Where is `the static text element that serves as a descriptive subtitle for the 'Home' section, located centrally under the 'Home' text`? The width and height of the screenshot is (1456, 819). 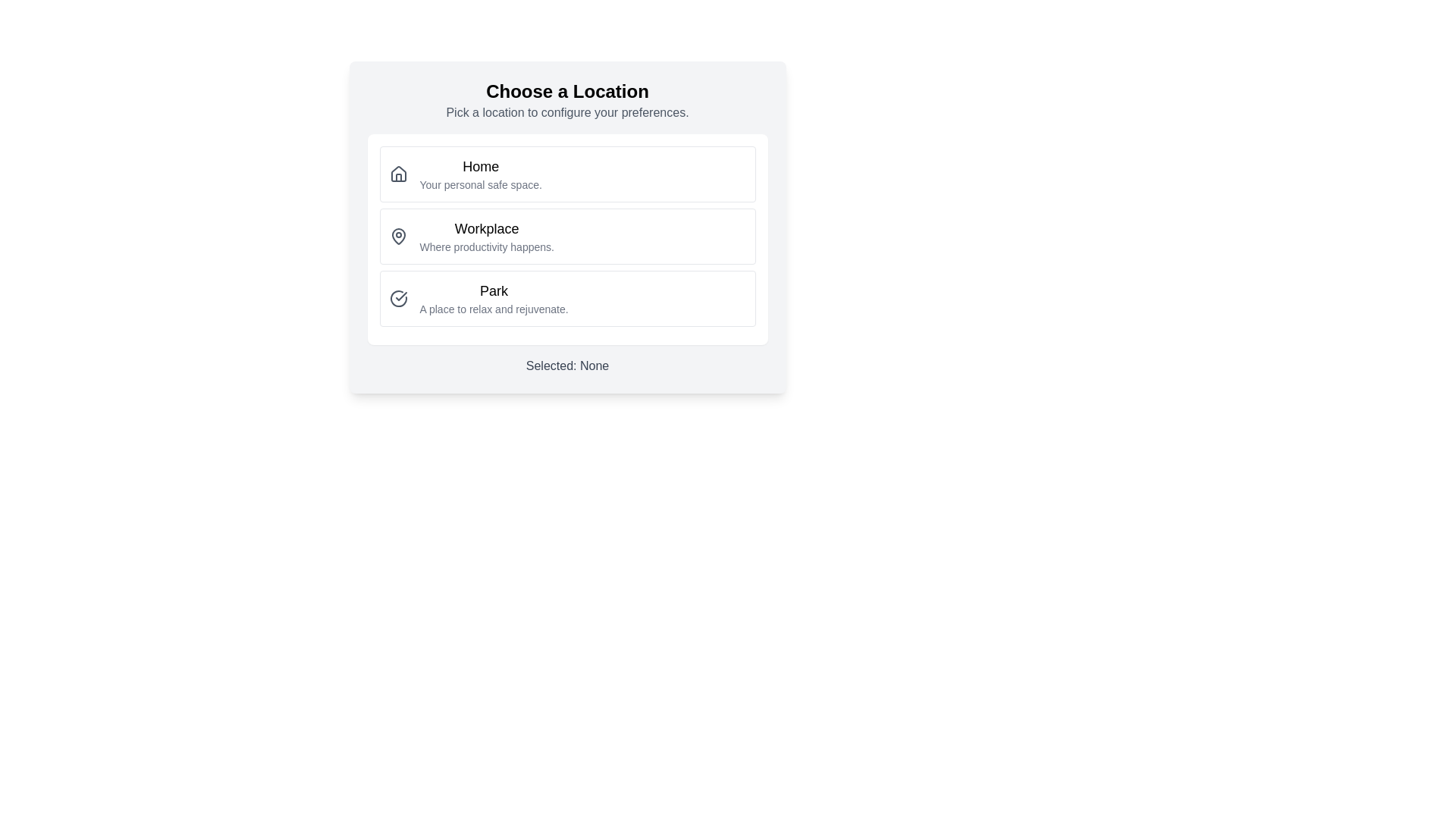 the static text element that serves as a descriptive subtitle for the 'Home' section, located centrally under the 'Home' text is located at coordinates (480, 184).